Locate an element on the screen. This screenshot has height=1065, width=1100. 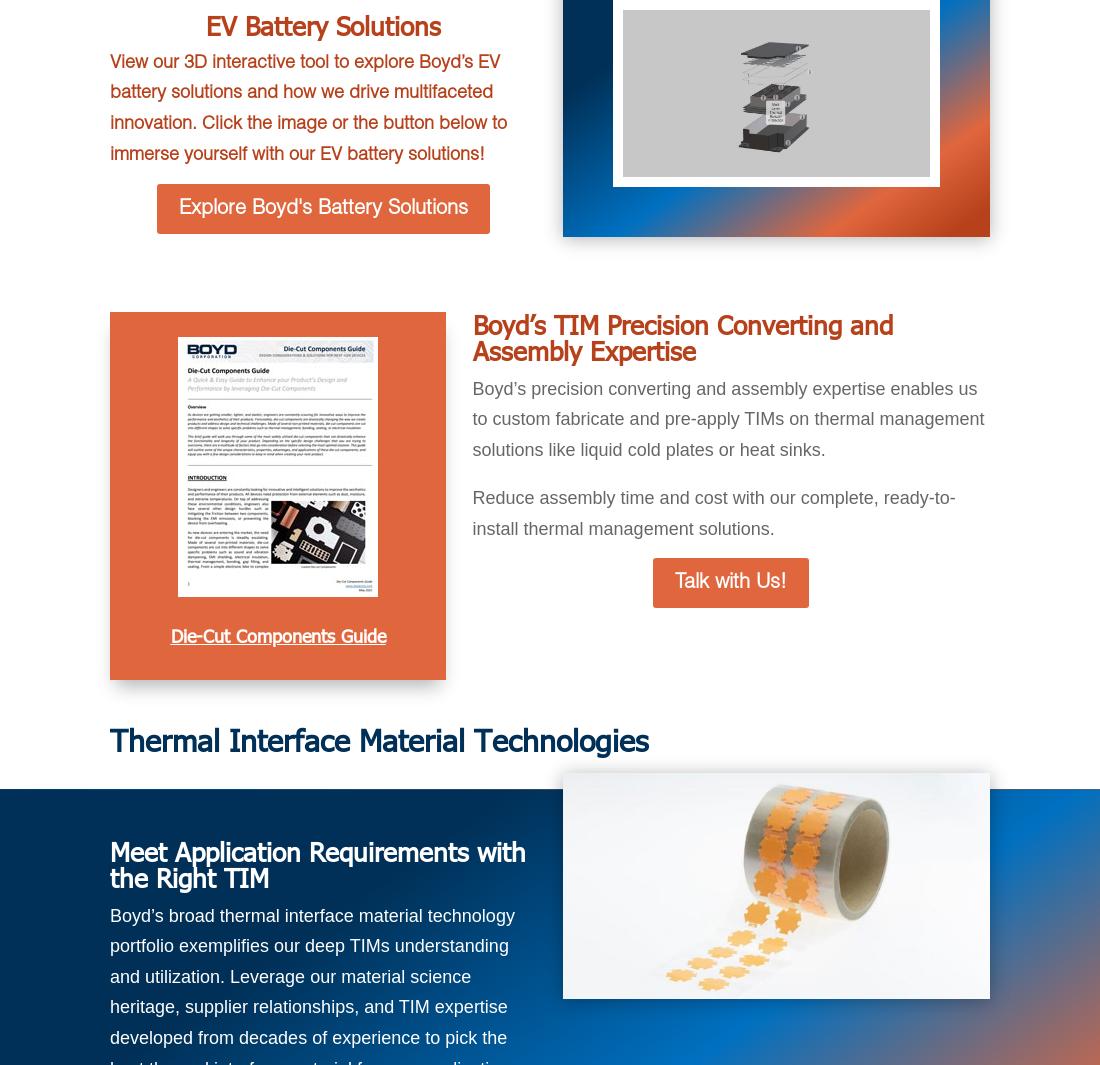
'Boyd’s TIM Precision Converting and Assembly Expertise' is located at coordinates (471, 335).